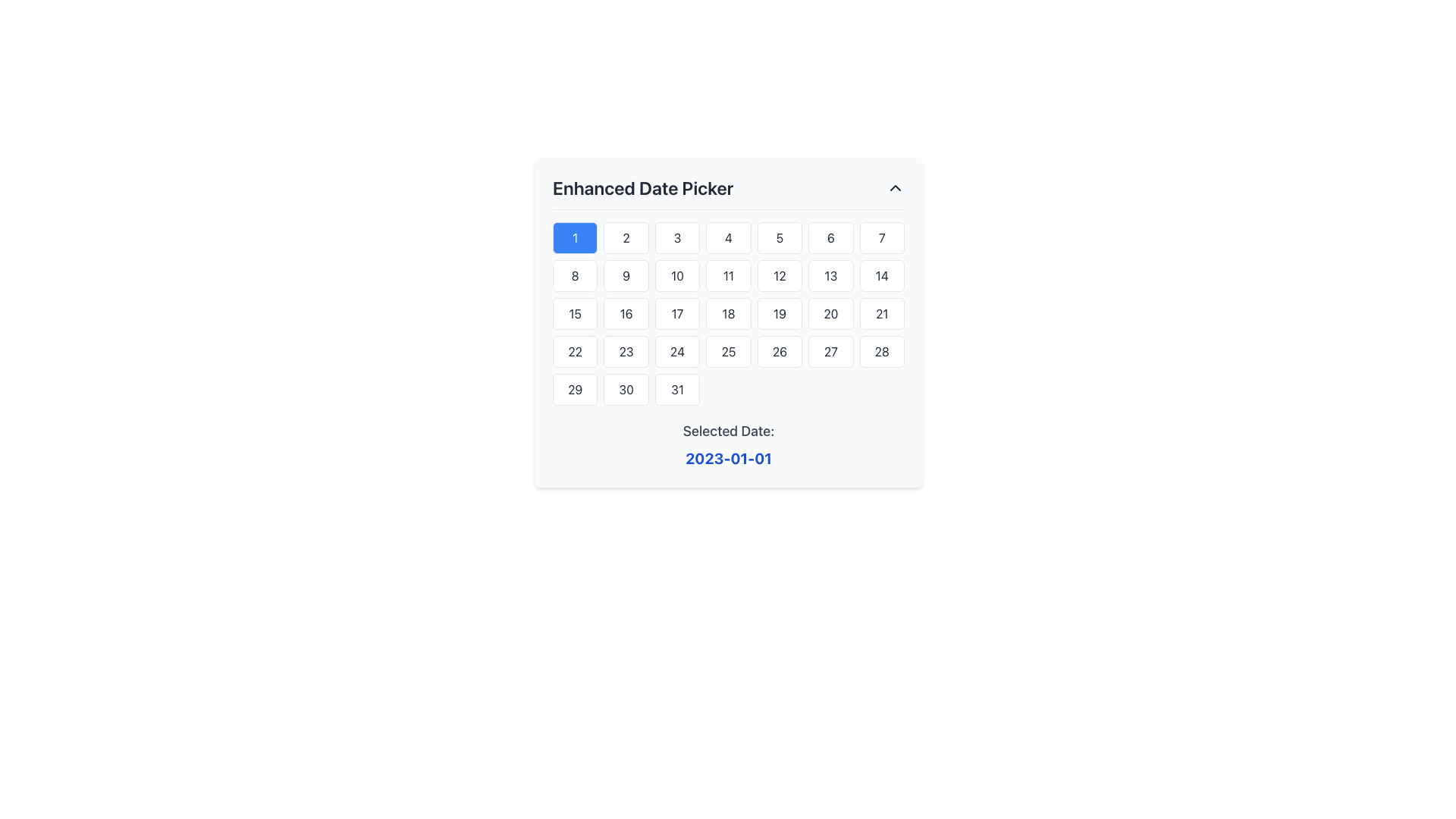 The height and width of the screenshot is (819, 1456). What do you see at coordinates (626, 275) in the screenshot?
I see `the selectable date button '9' in the date-picker component` at bounding box center [626, 275].